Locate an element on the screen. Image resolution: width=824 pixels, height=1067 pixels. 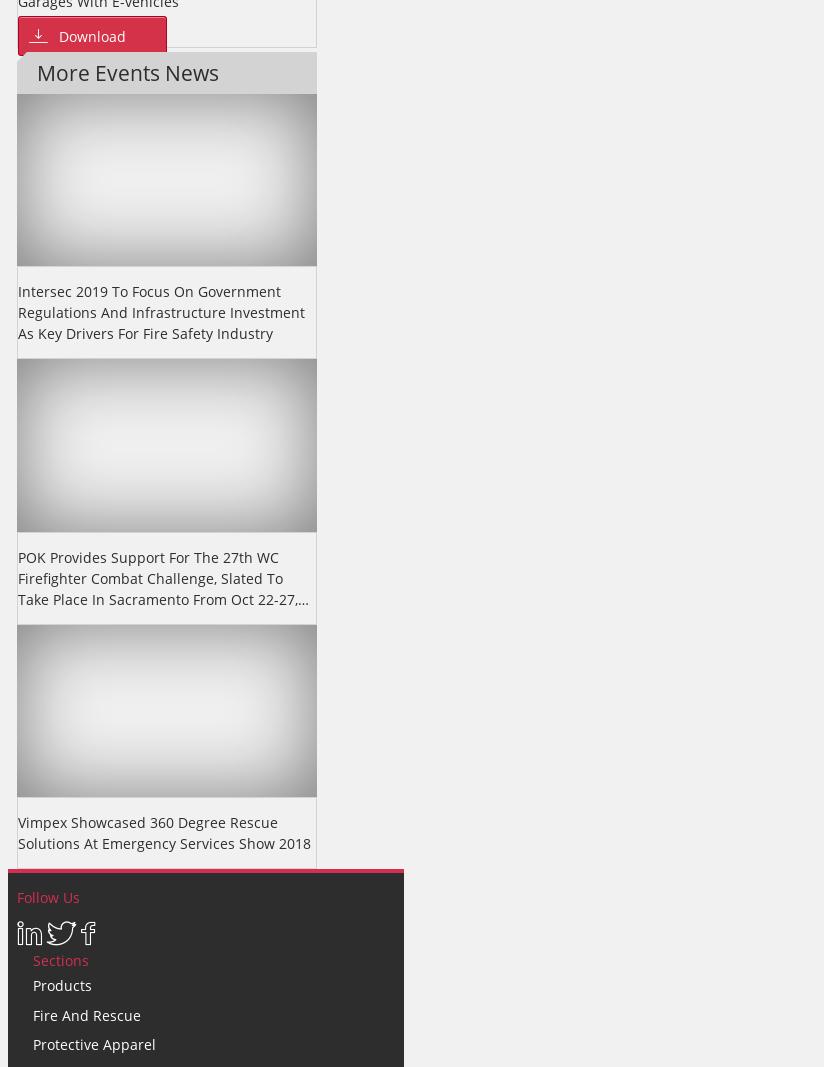
'More events news' is located at coordinates (127, 71).